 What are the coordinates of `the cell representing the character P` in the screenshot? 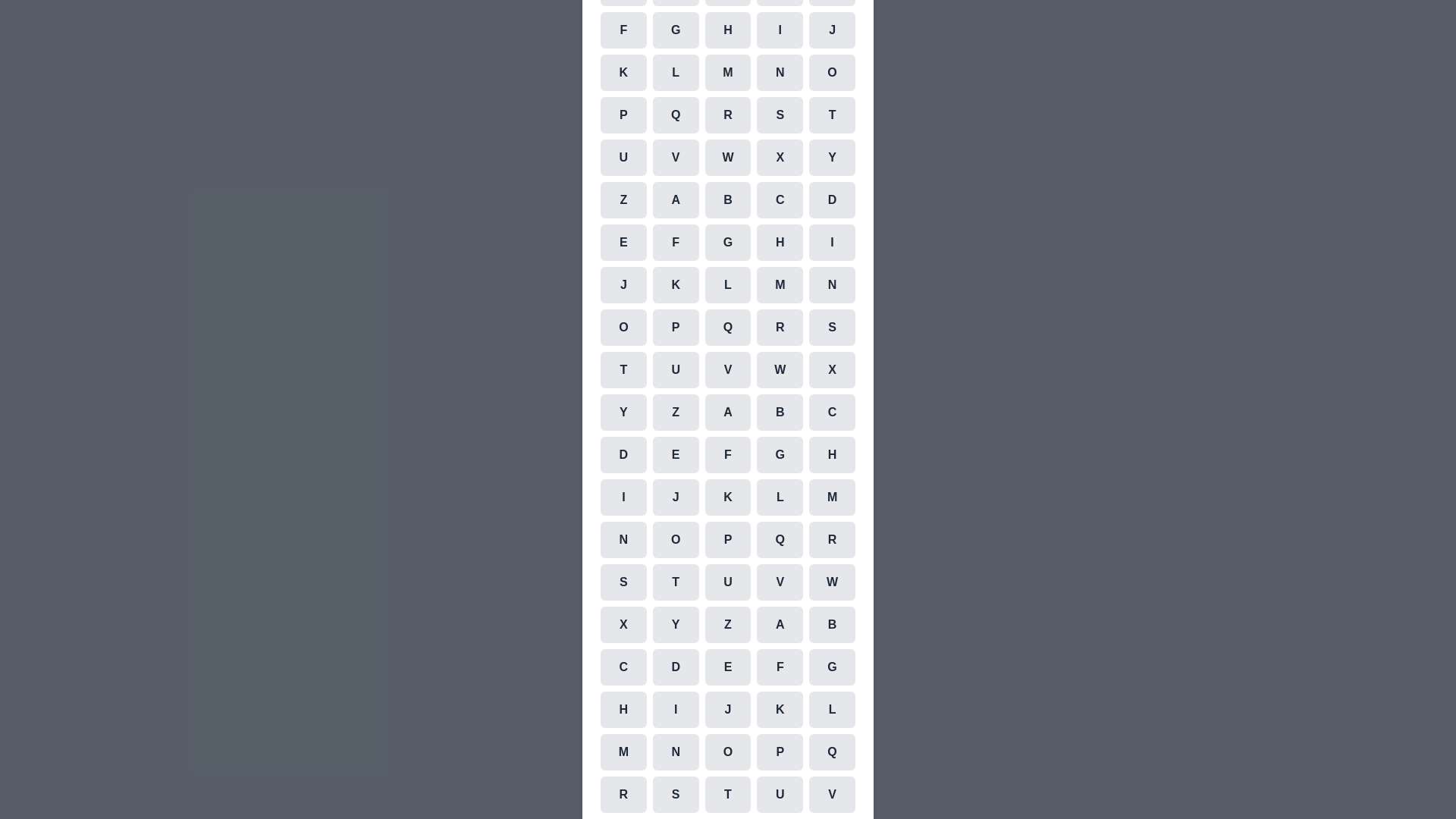 It's located at (623, 114).